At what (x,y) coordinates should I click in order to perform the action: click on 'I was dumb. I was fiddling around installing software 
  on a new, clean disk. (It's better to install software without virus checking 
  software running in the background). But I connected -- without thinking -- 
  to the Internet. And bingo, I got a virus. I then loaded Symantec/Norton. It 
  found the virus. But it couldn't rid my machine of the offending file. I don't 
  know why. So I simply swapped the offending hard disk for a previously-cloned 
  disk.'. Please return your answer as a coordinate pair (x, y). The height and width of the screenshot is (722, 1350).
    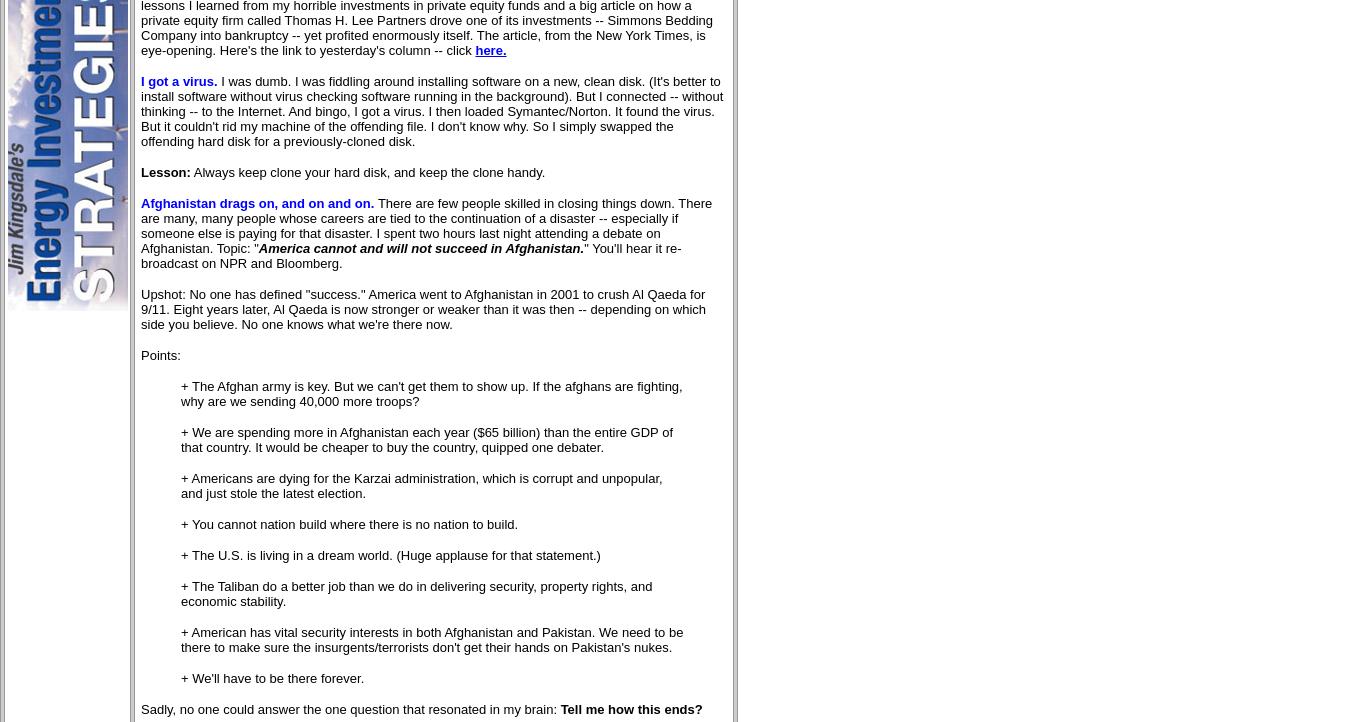
    Looking at the image, I should click on (432, 110).